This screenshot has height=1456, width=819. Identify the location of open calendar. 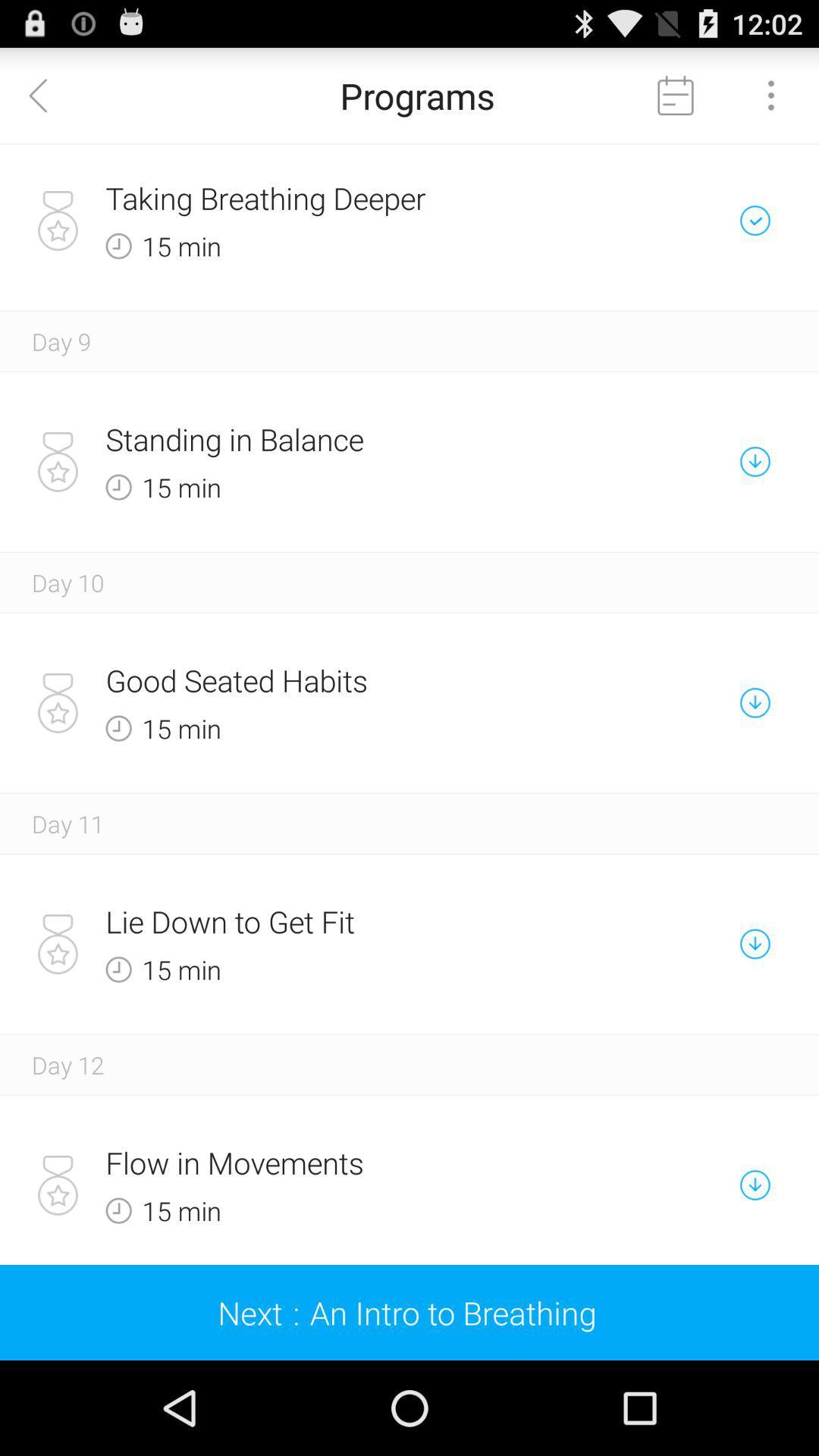
(675, 94).